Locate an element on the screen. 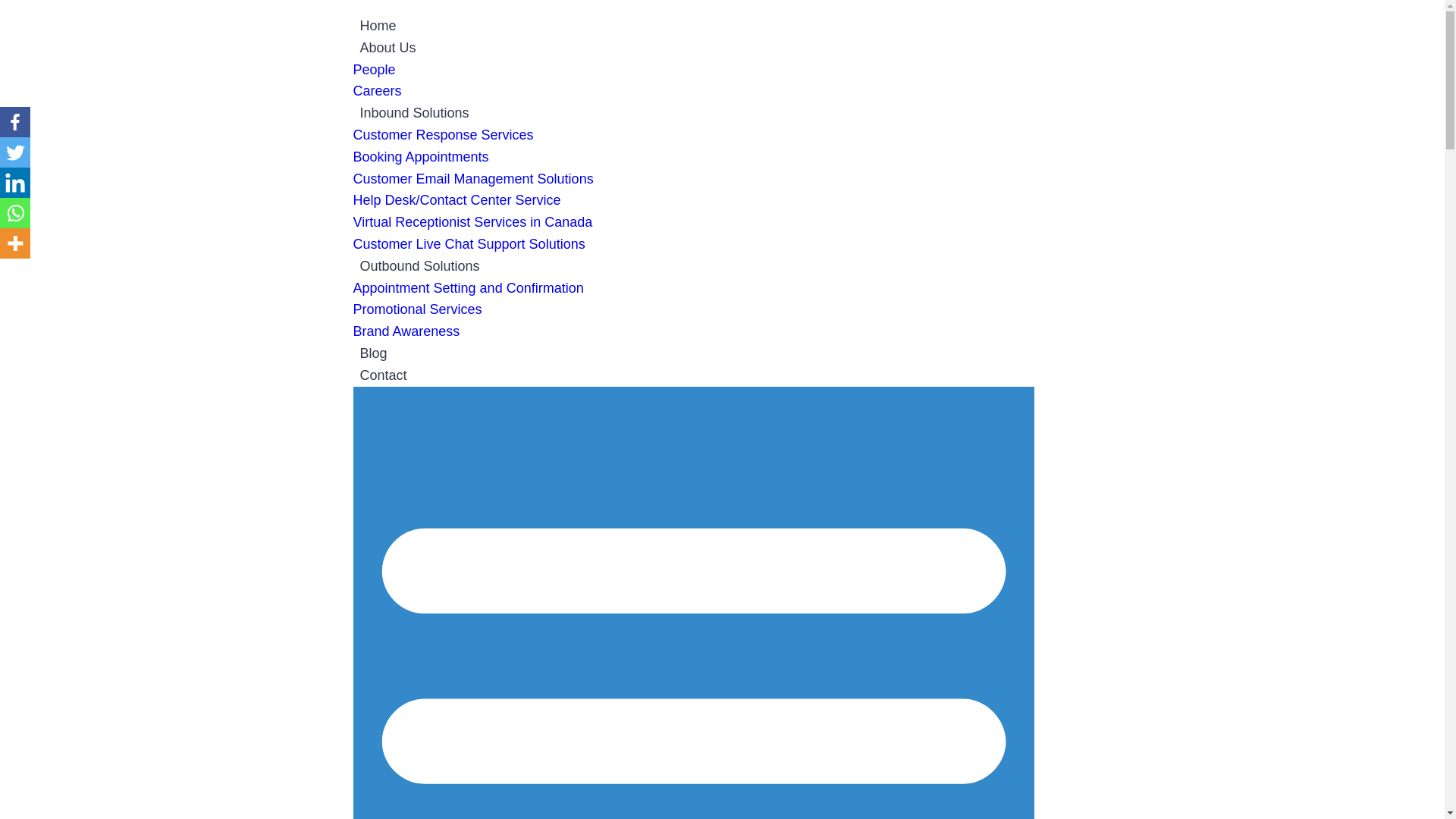  'Appointment Setting and Confirmation' is located at coordinates (468, 288).